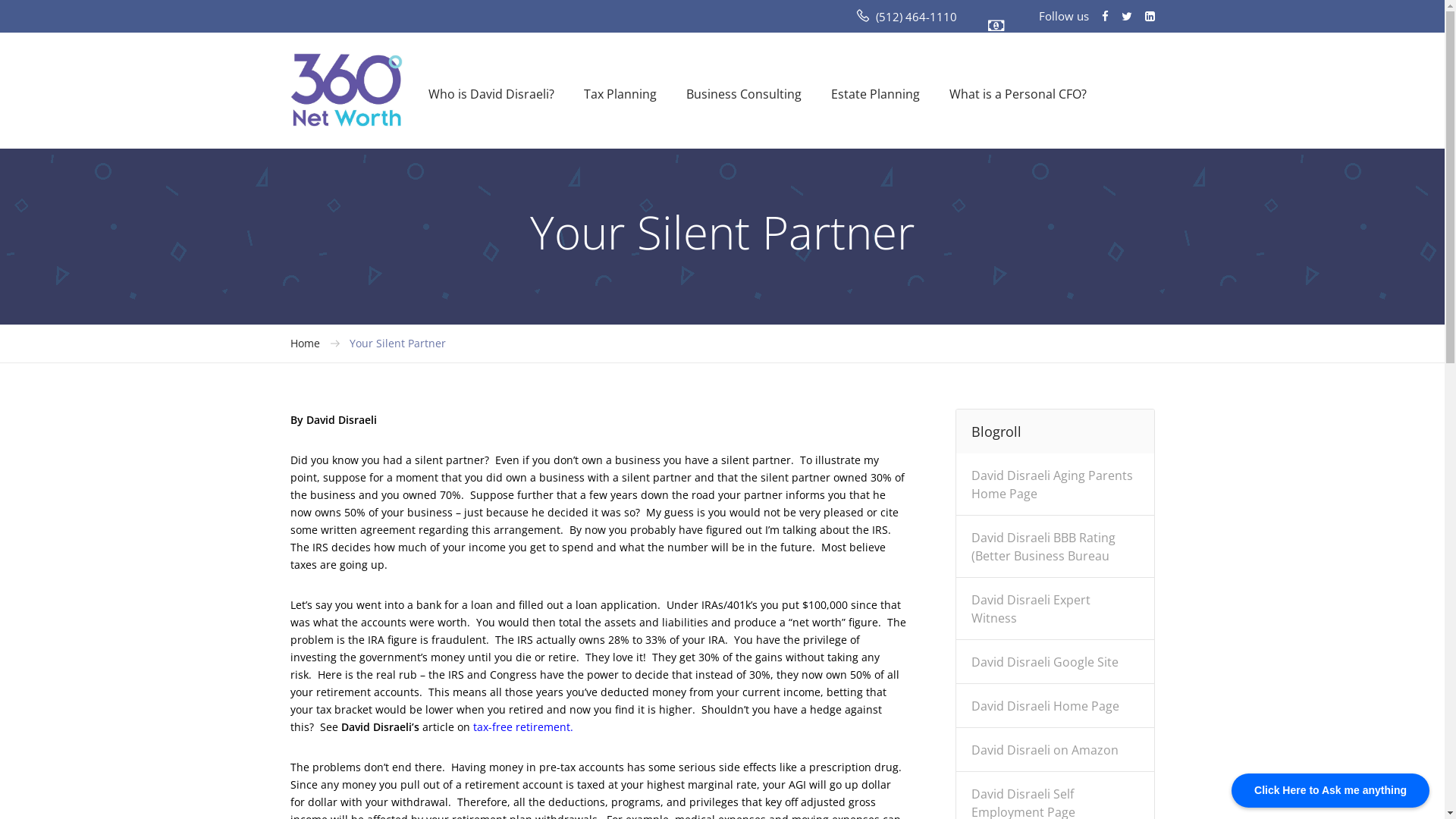  What do you see at coordinates (915, 17) in the screenshot?
I see `'(512) 464-1110'` at bounding box center [915, 17].